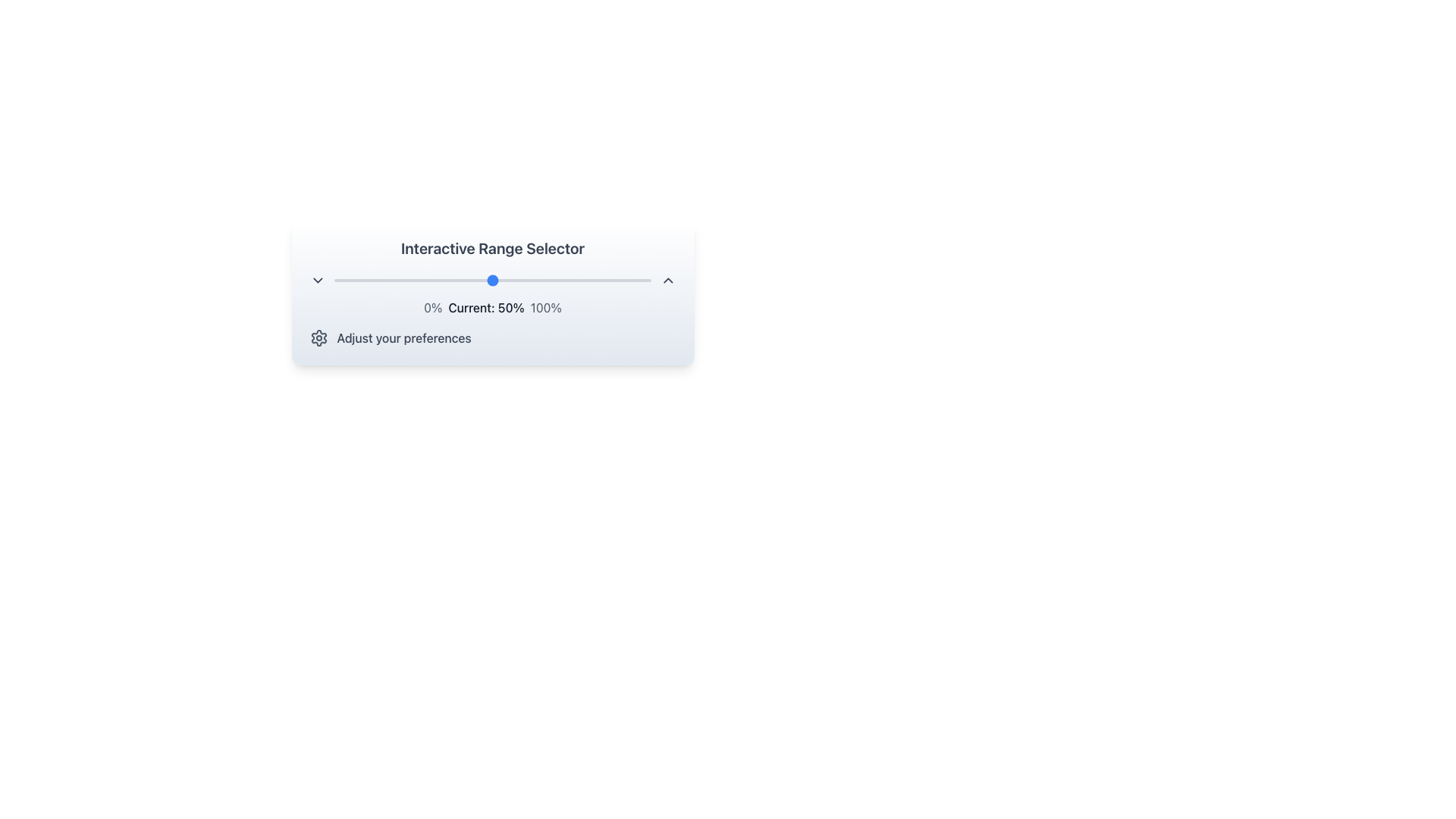  What do you see at coordinates (580, 281) in the screenshot?
I see `slider value` at bounding box center [580, 281].